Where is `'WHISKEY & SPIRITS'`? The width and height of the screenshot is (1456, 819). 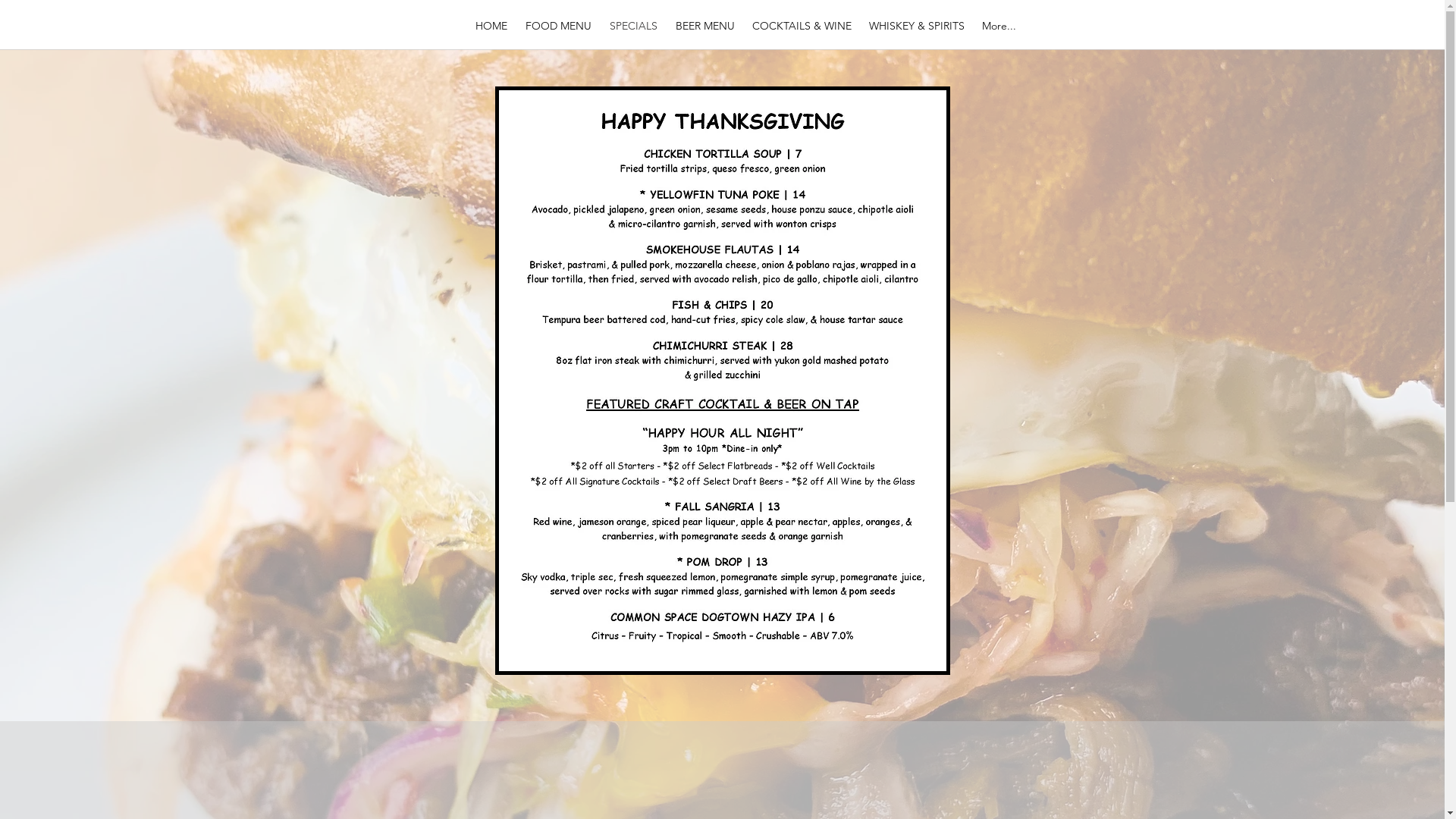
'WHISKEY & SPIRITS' is located at coordinates (915, 25).